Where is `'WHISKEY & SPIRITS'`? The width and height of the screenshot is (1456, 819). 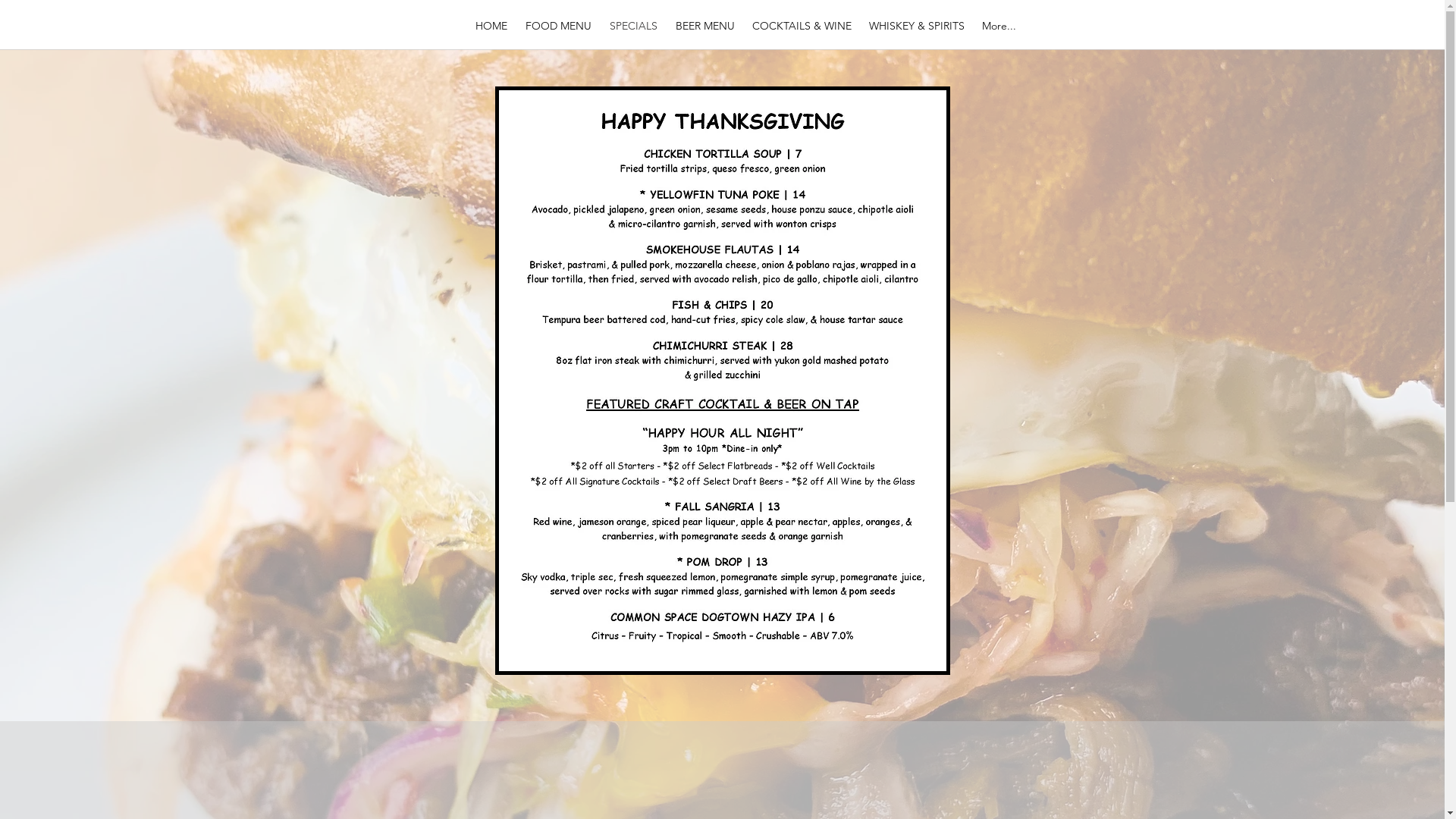
'WHISKEY & SPIRITS' is located at coordinates (915, 25).